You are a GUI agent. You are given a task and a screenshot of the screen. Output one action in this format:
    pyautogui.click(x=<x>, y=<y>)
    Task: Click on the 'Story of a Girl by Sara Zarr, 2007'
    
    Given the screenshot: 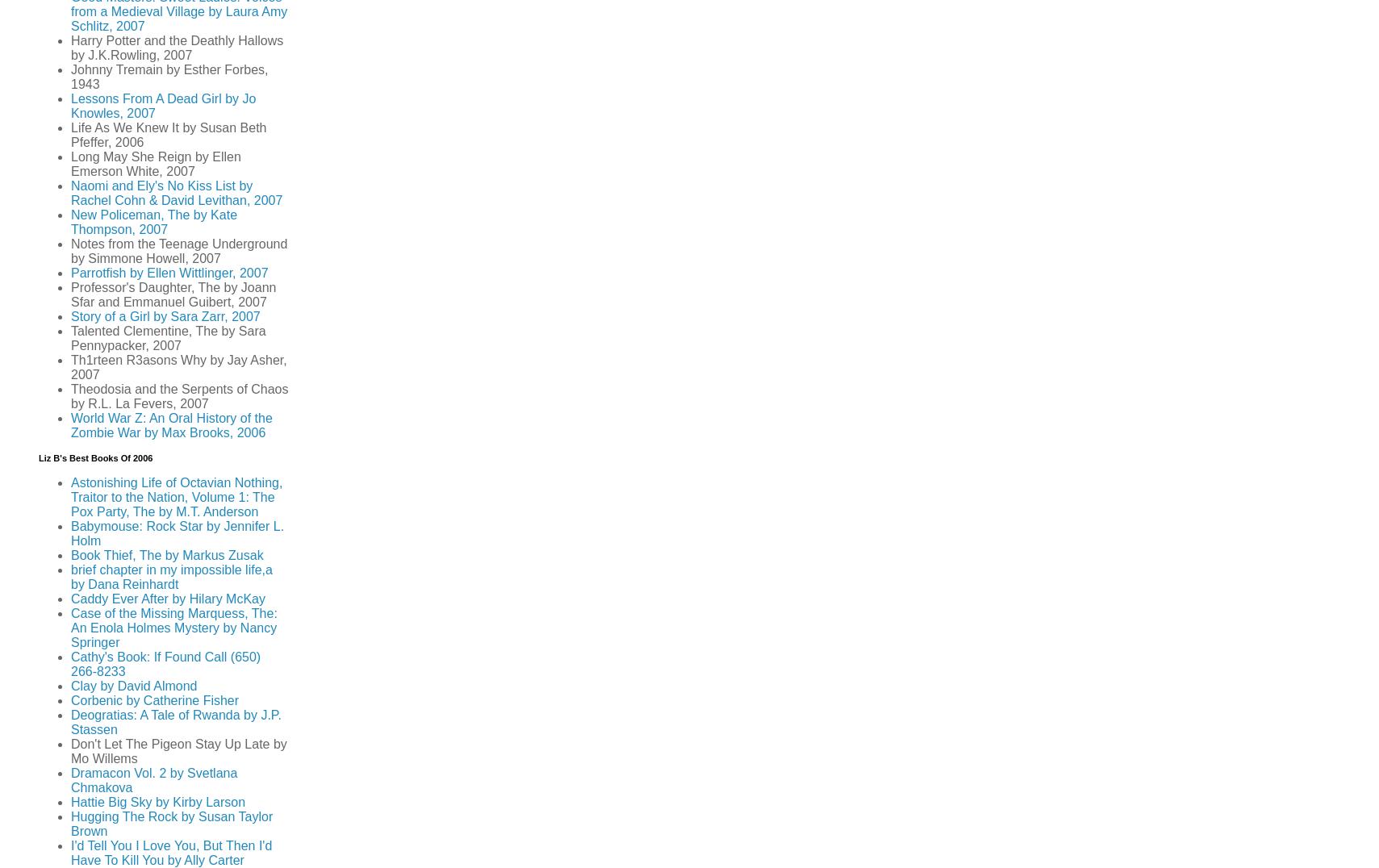 What is the action you would take?
    pyautogui.click(x=165, y=315)
    